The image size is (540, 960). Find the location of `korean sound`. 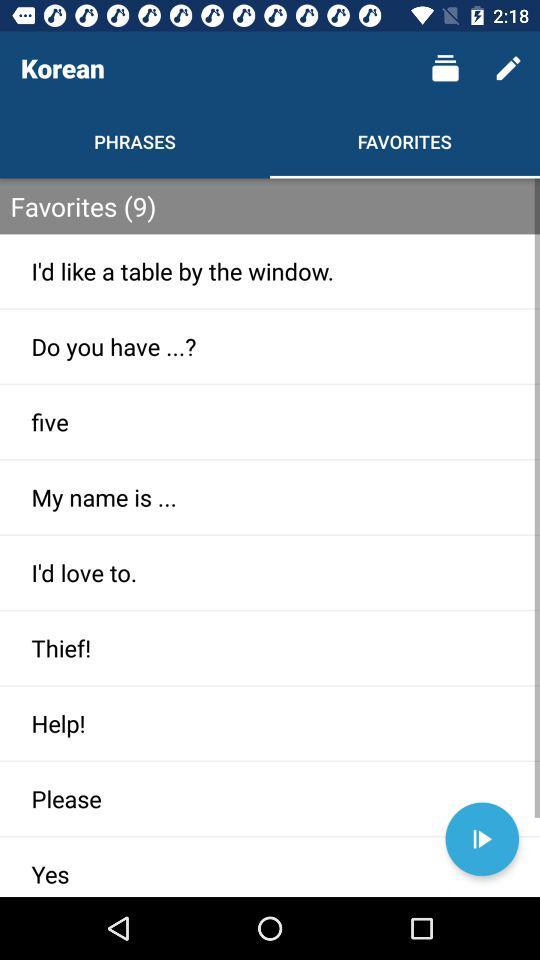

korean sound is located at coordinates (481, 839).